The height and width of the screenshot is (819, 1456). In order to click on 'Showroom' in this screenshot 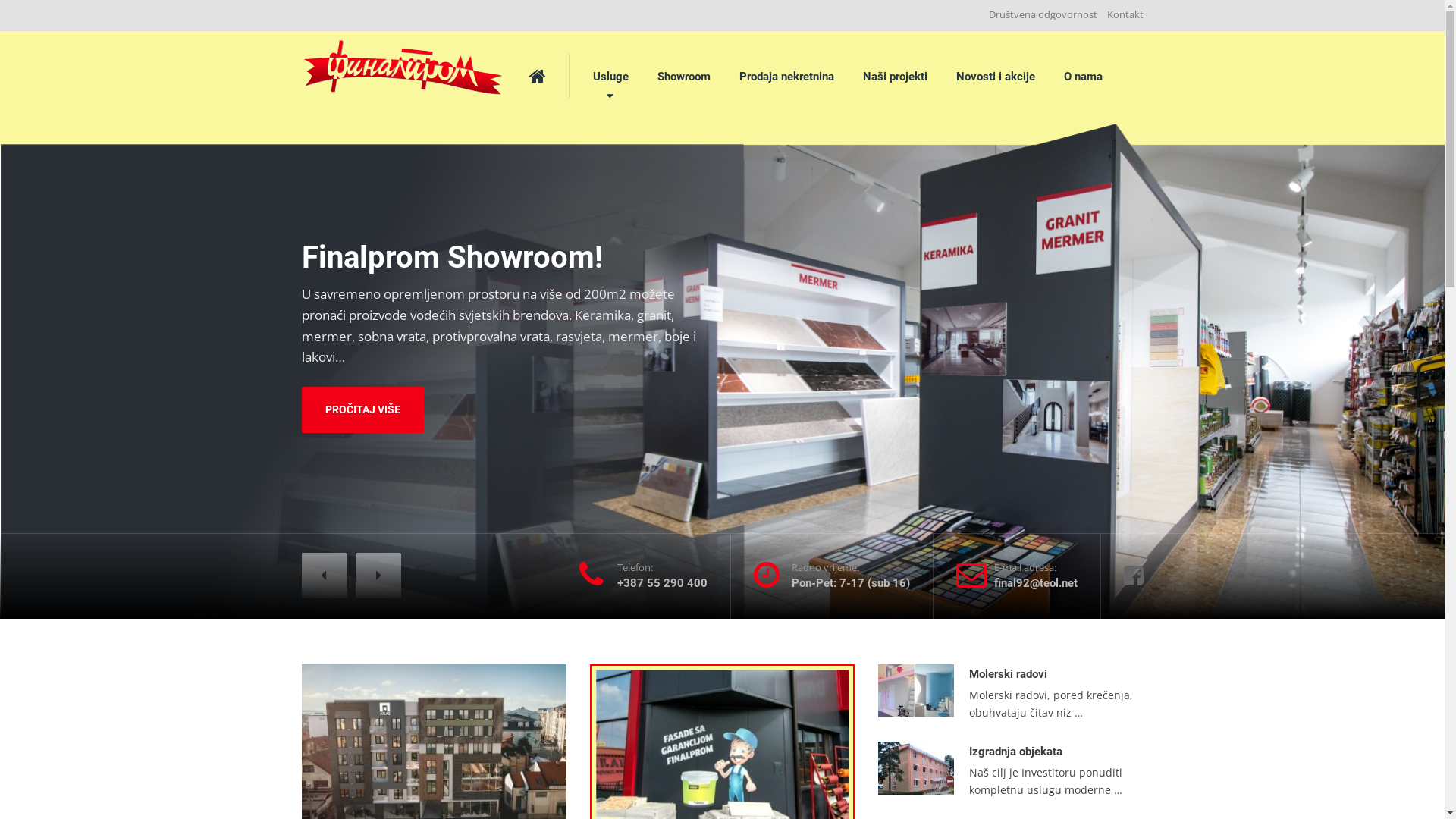, I will do `click(683, 76)`.